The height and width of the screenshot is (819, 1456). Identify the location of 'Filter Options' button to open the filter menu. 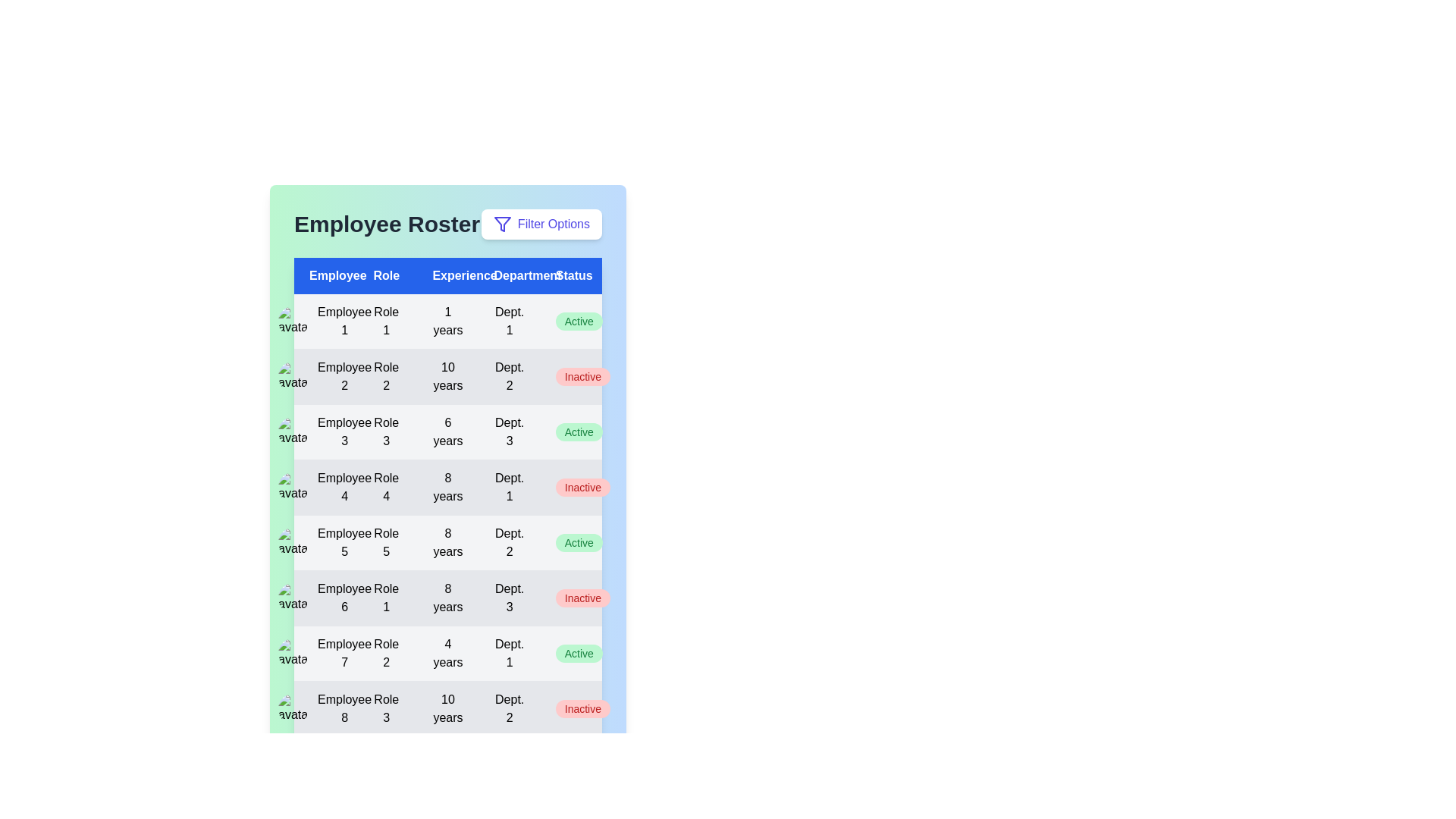
(541, 224).